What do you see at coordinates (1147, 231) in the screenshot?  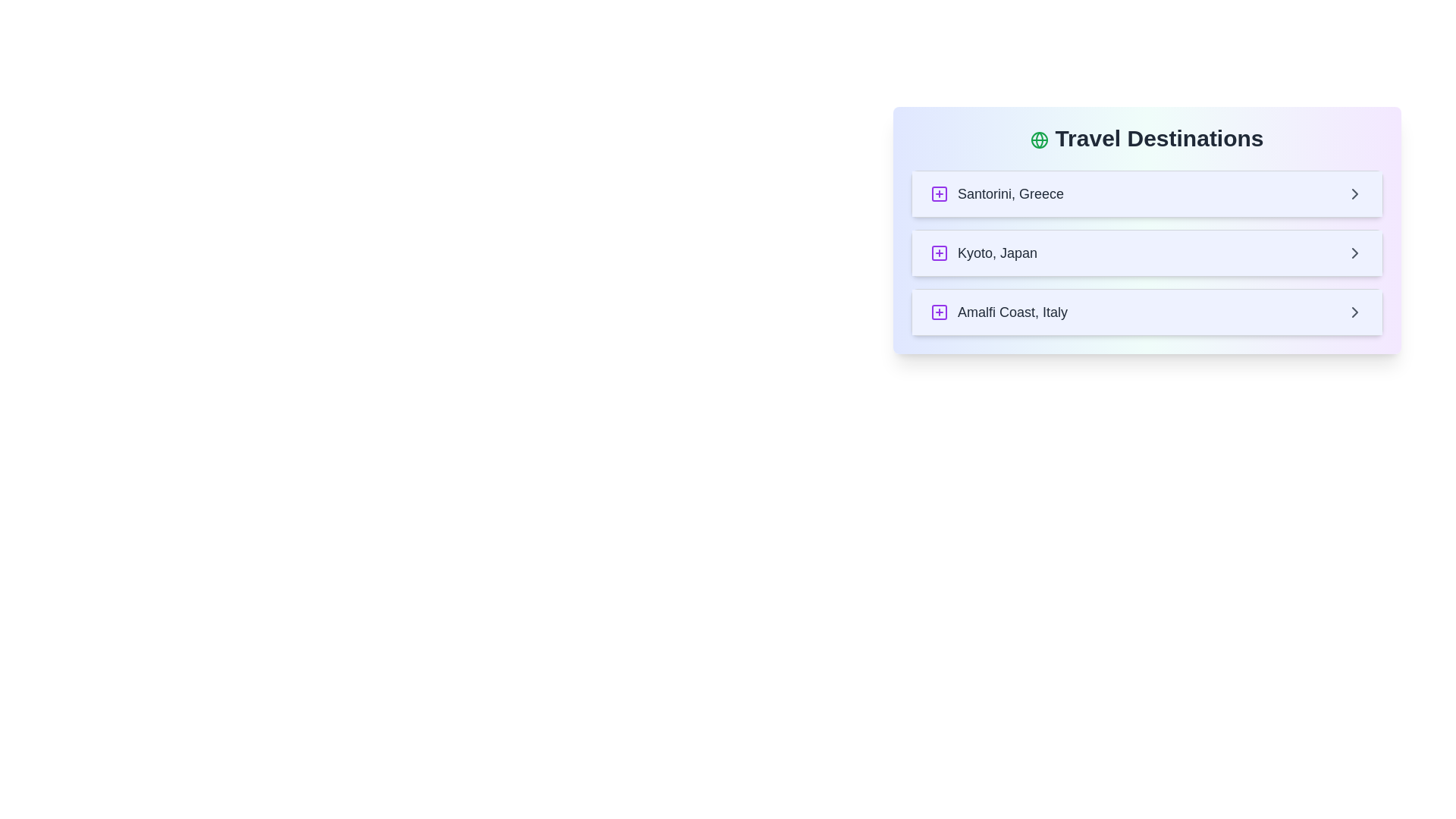 I see `the individual item in the 'Travel Destinations' section` at bounding box center [1147, 231].